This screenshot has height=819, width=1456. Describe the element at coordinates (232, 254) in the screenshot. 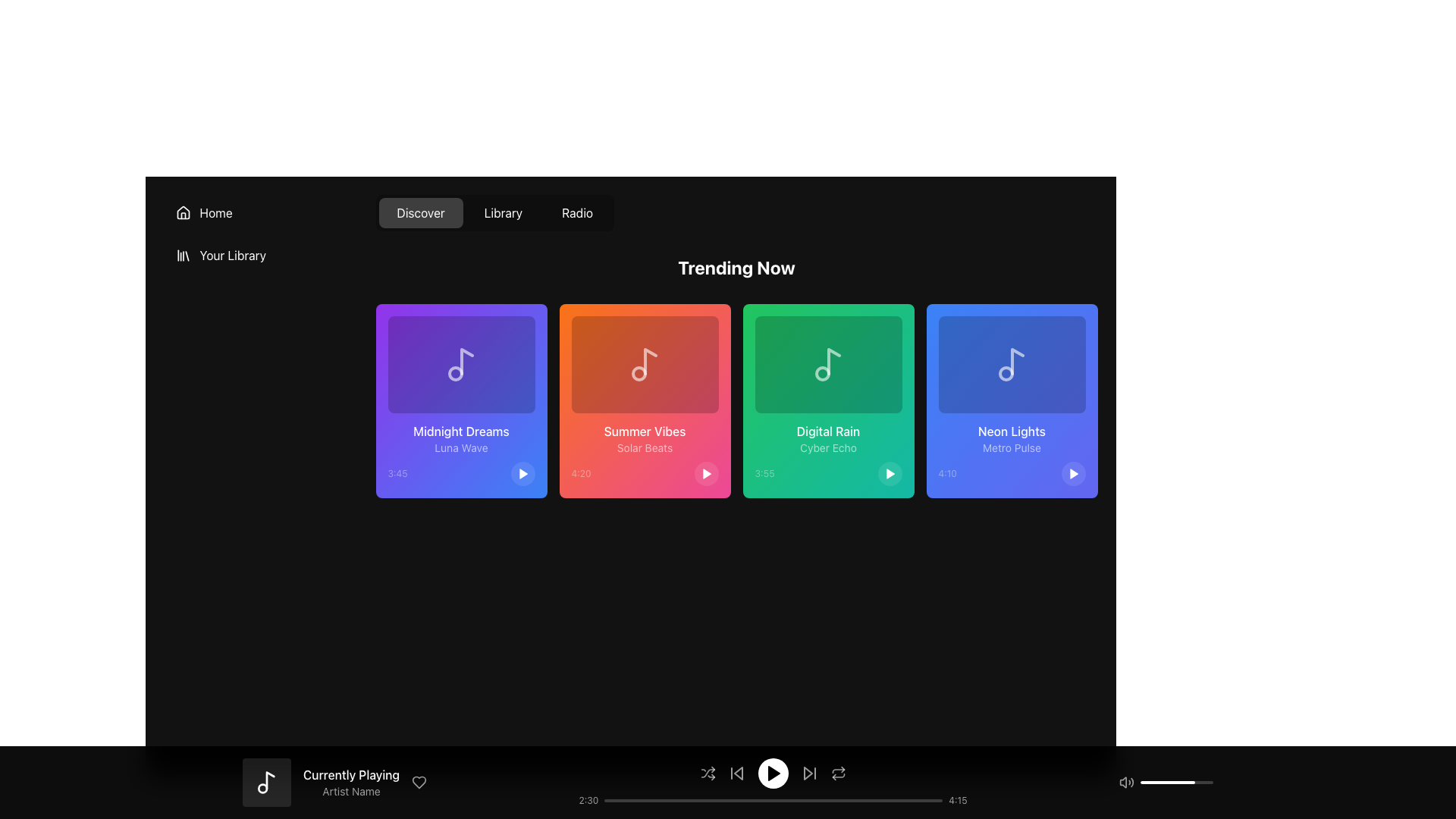

I see `the 'Your Library' text label located in the navigation panel, directly below the 'Home' option and to the right of the bookshelf icon` at that location.